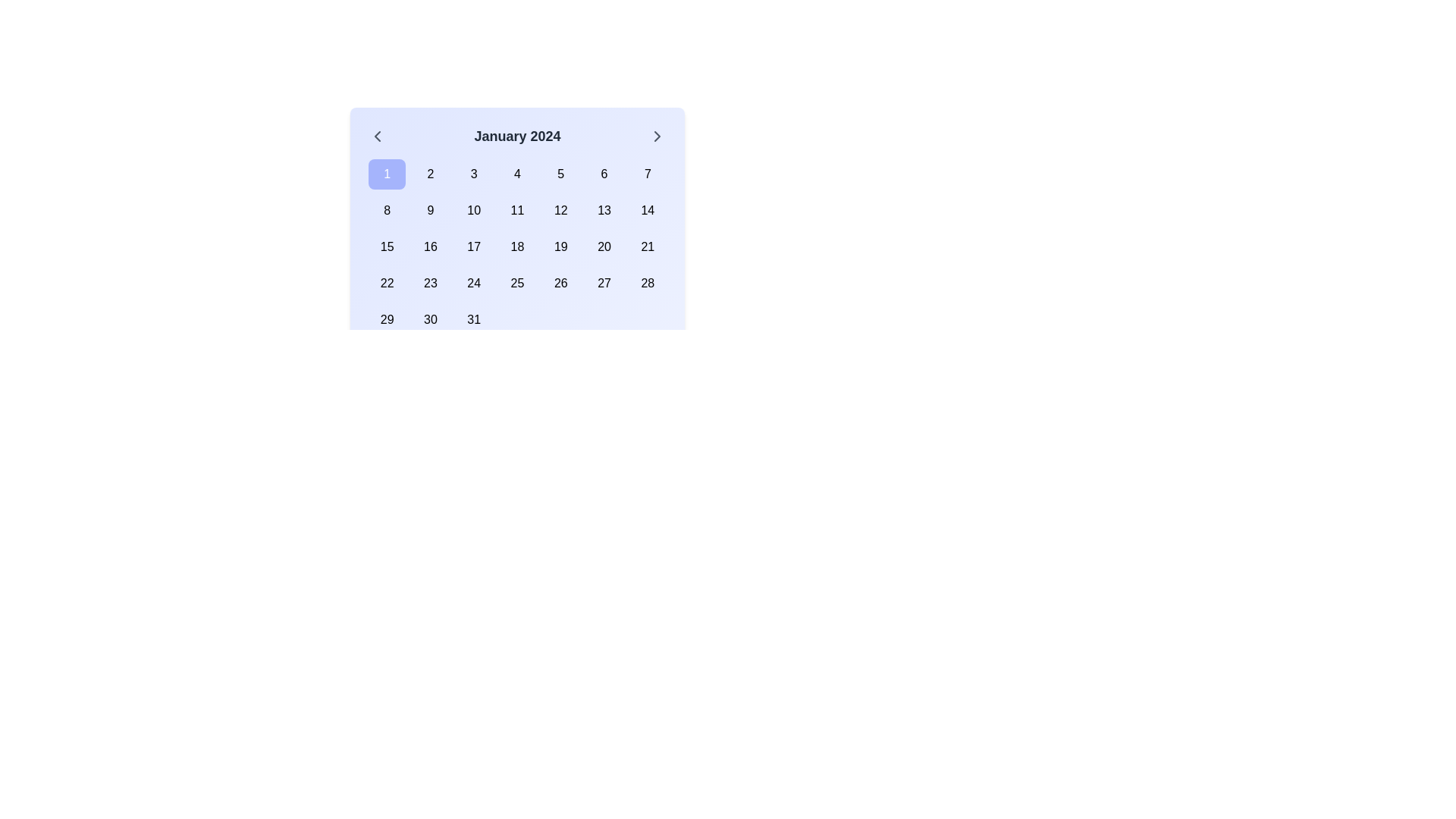 This screenshot has width=1456, height=819. What do you see at coordinates (648, 210) in the screenshot?
I see `the calendar day cell displaying the number '14'` at bounding box center [648, 210].